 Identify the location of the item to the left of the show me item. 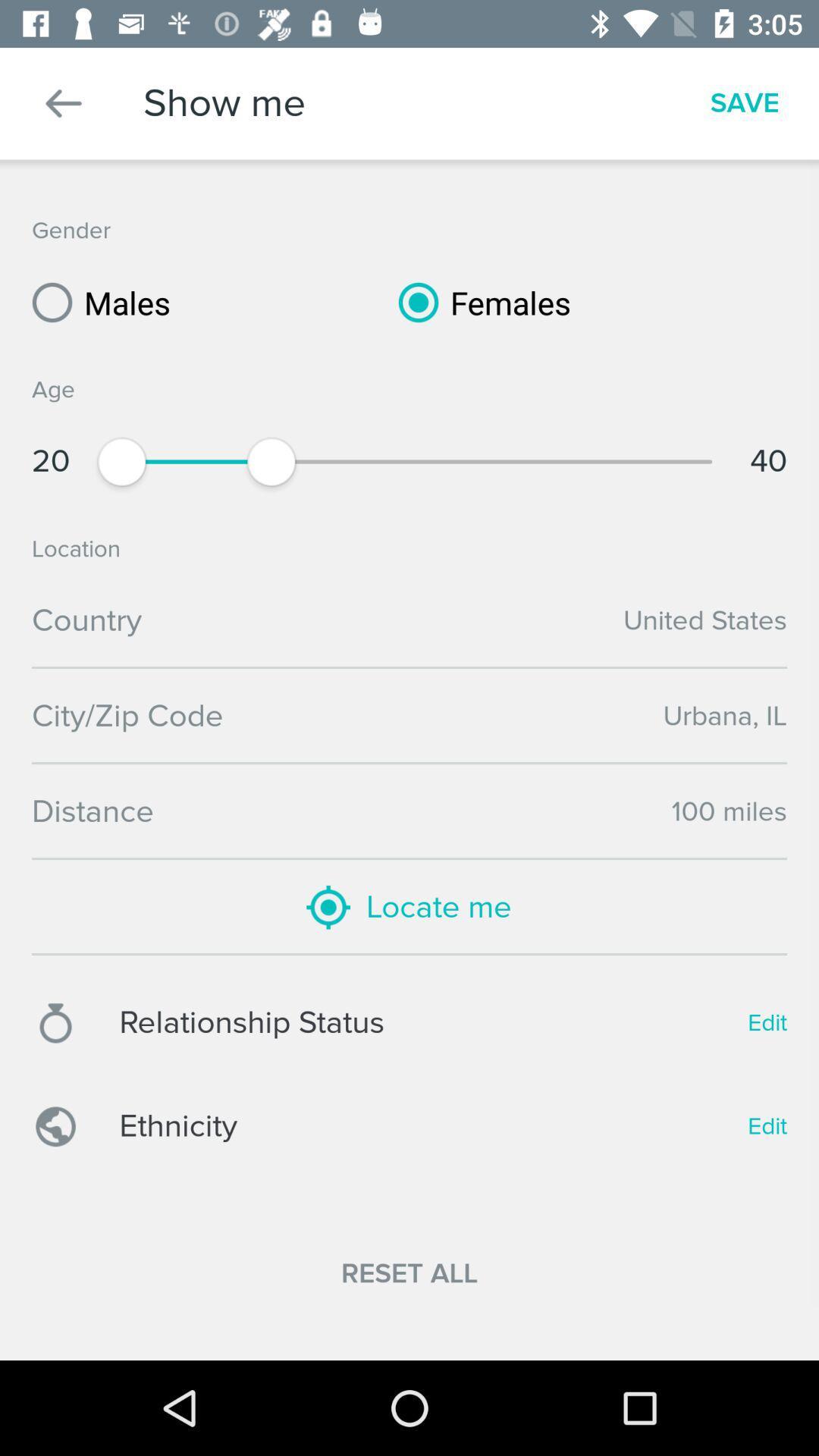
(63, 102).